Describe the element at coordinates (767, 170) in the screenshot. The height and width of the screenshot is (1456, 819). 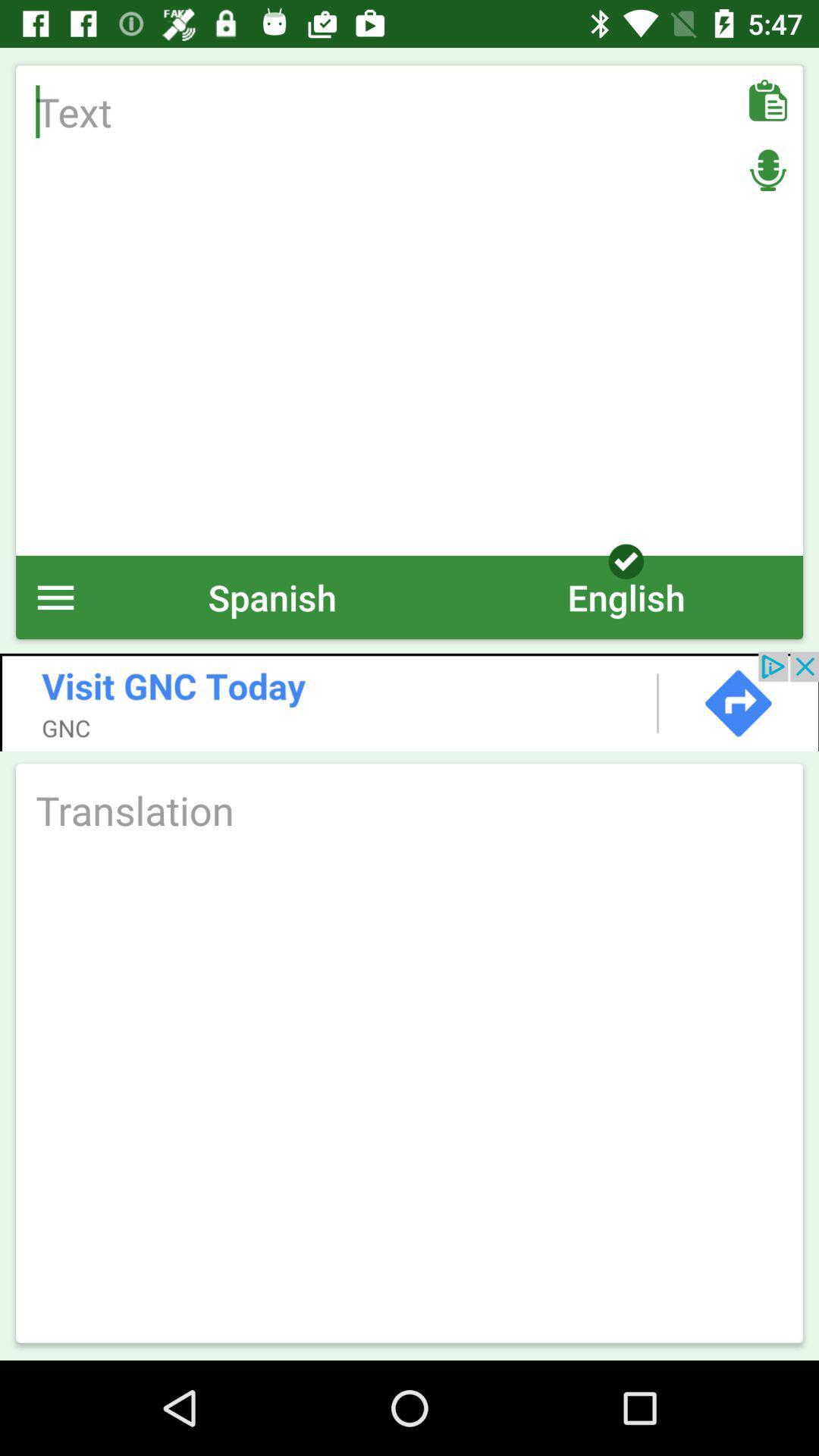
I see `give a voice text` at that location.